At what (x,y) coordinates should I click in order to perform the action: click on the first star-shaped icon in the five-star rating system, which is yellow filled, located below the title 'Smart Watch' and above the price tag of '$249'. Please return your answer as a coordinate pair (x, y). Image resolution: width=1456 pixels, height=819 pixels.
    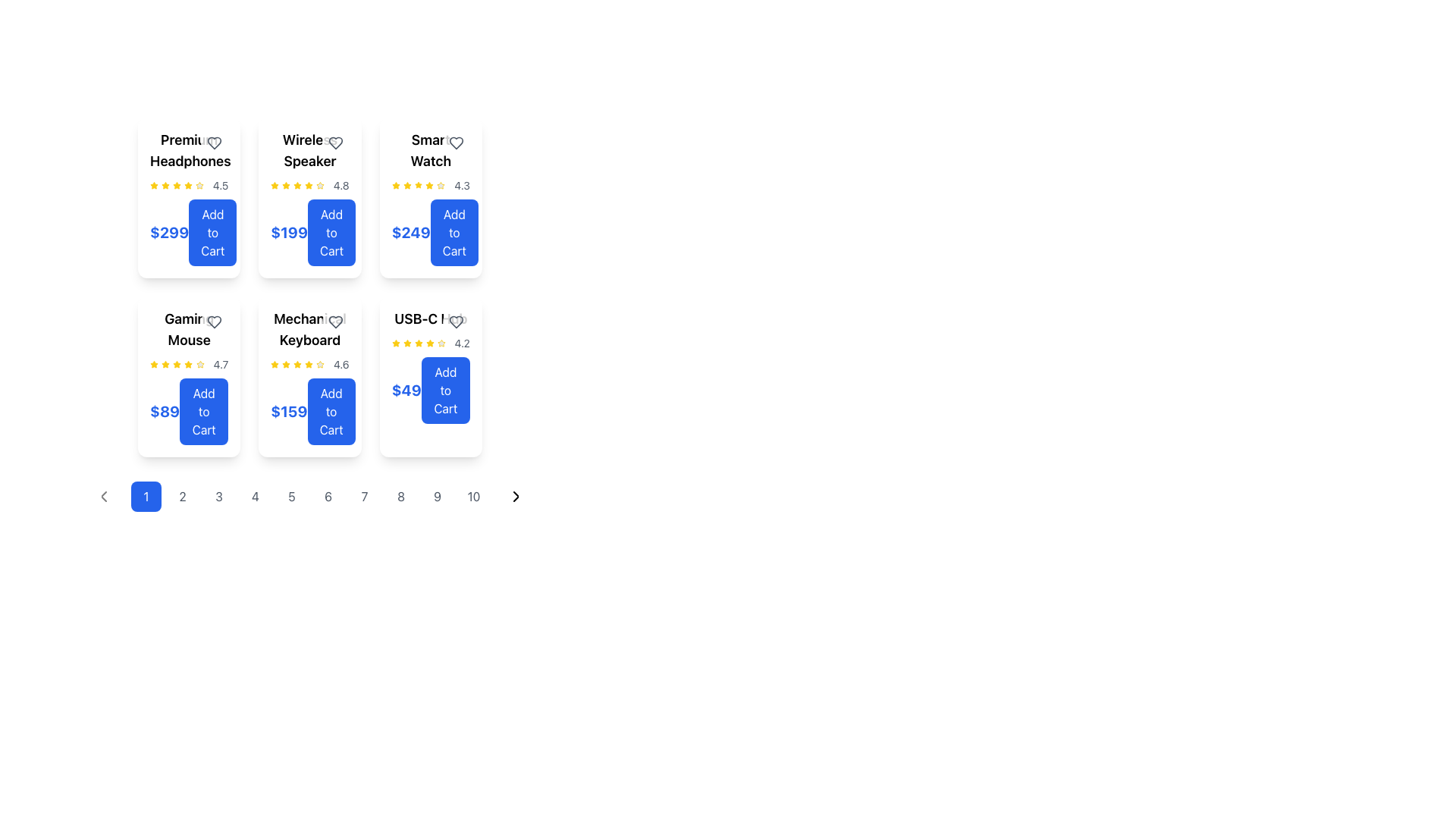
    Looking at the image, I should click on (396, 185).